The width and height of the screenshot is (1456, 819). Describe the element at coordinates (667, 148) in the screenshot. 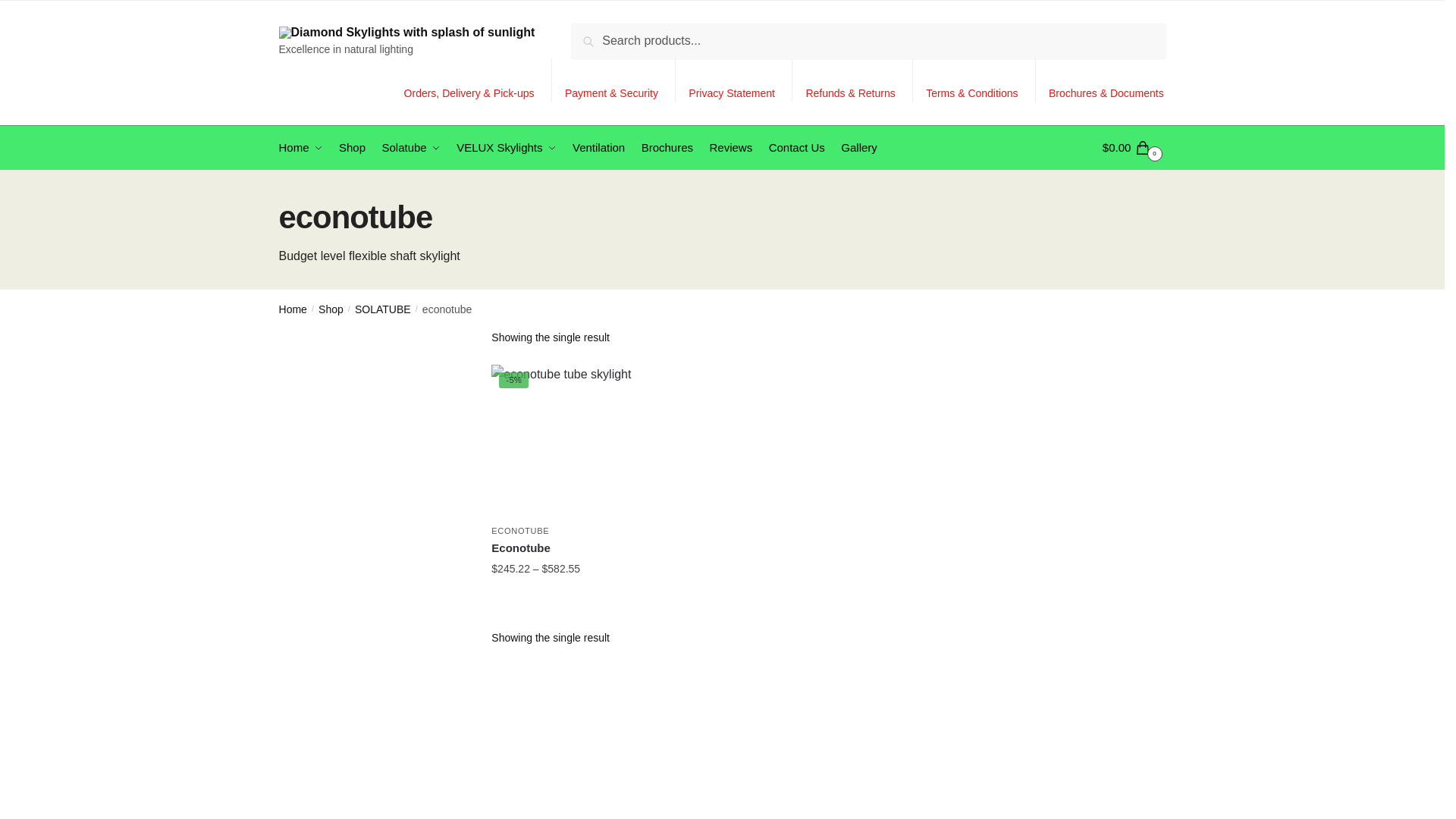

I see `'Brochures'` at that location.